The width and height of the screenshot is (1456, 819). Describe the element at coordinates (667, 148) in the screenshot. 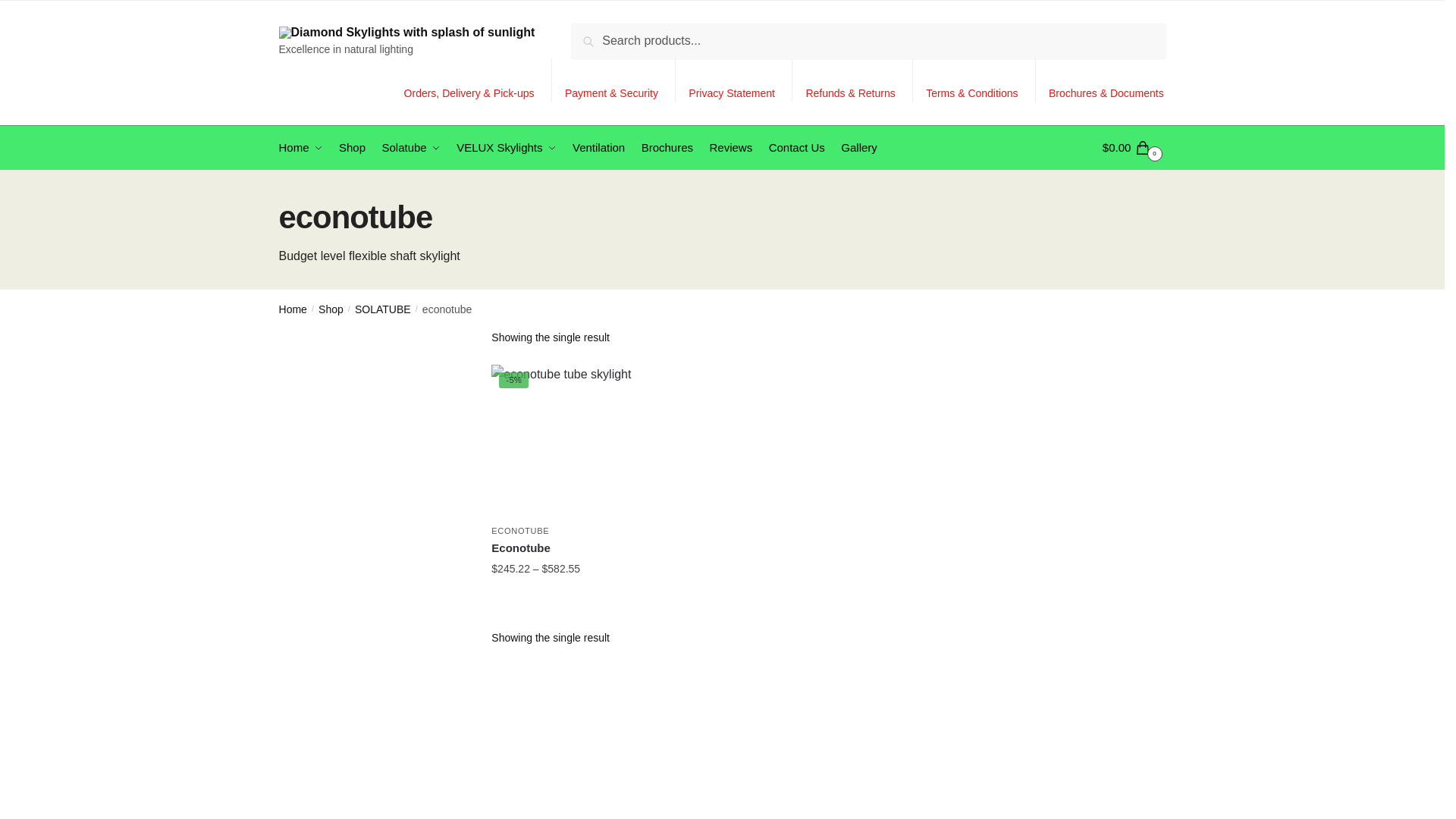

I see `'Brochures'` at that location.